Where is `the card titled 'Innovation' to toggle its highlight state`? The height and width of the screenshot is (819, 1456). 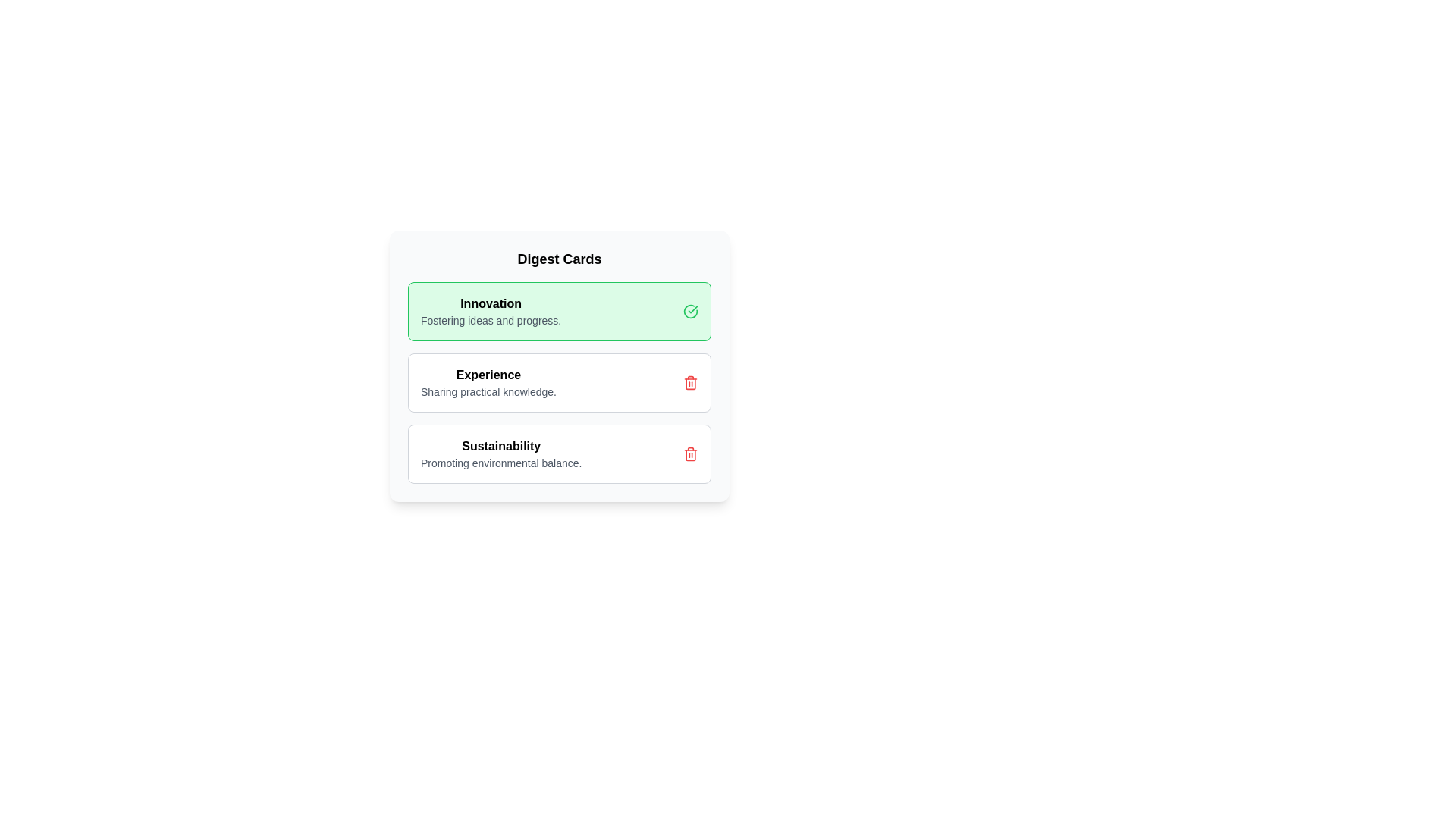
the card titled 'Innovation' to toggle its highlight state is located at coordinates (559, 311).